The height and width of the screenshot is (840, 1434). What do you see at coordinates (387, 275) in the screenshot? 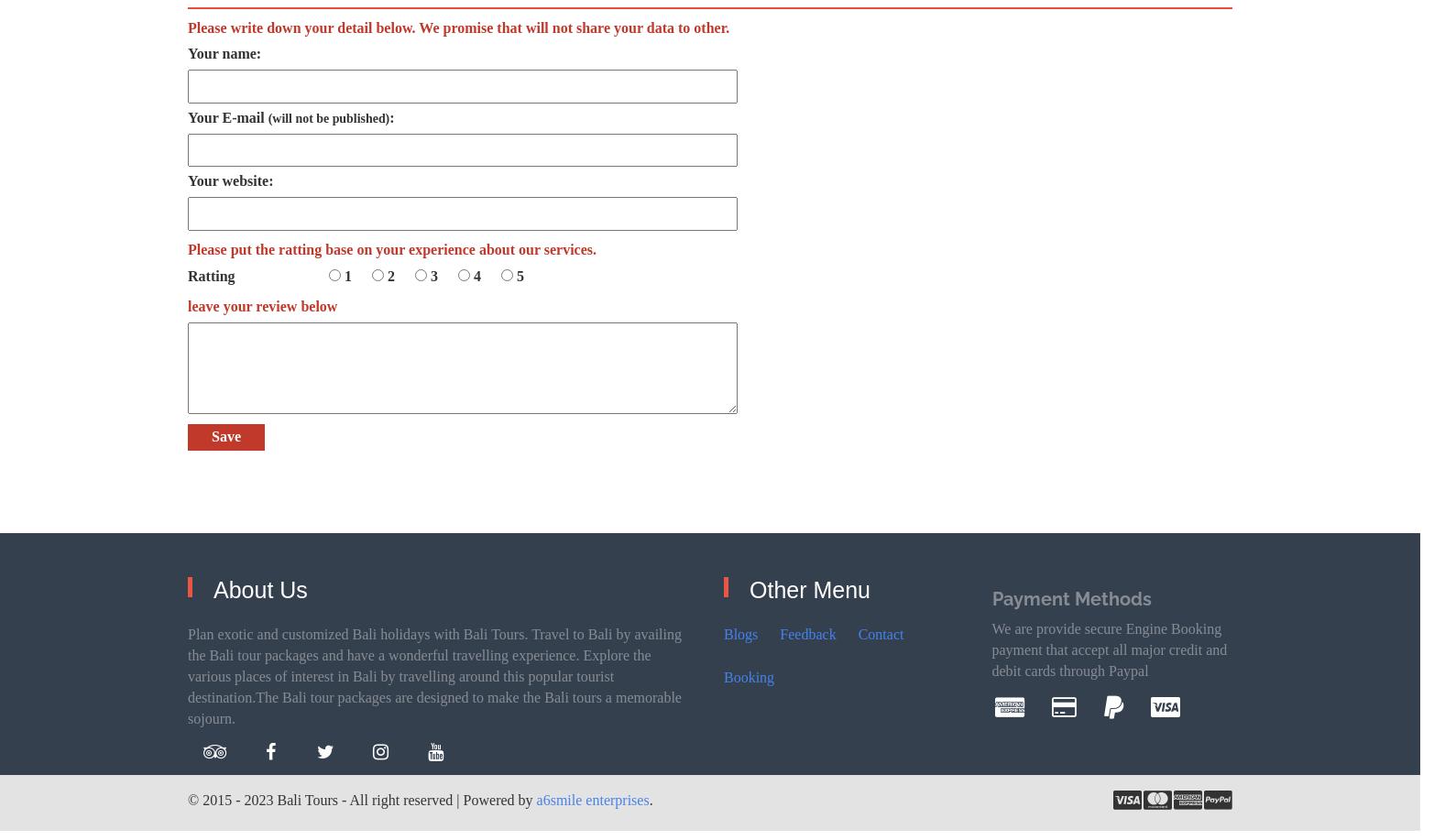
I see `'2'` at bounding box center [387, 275].